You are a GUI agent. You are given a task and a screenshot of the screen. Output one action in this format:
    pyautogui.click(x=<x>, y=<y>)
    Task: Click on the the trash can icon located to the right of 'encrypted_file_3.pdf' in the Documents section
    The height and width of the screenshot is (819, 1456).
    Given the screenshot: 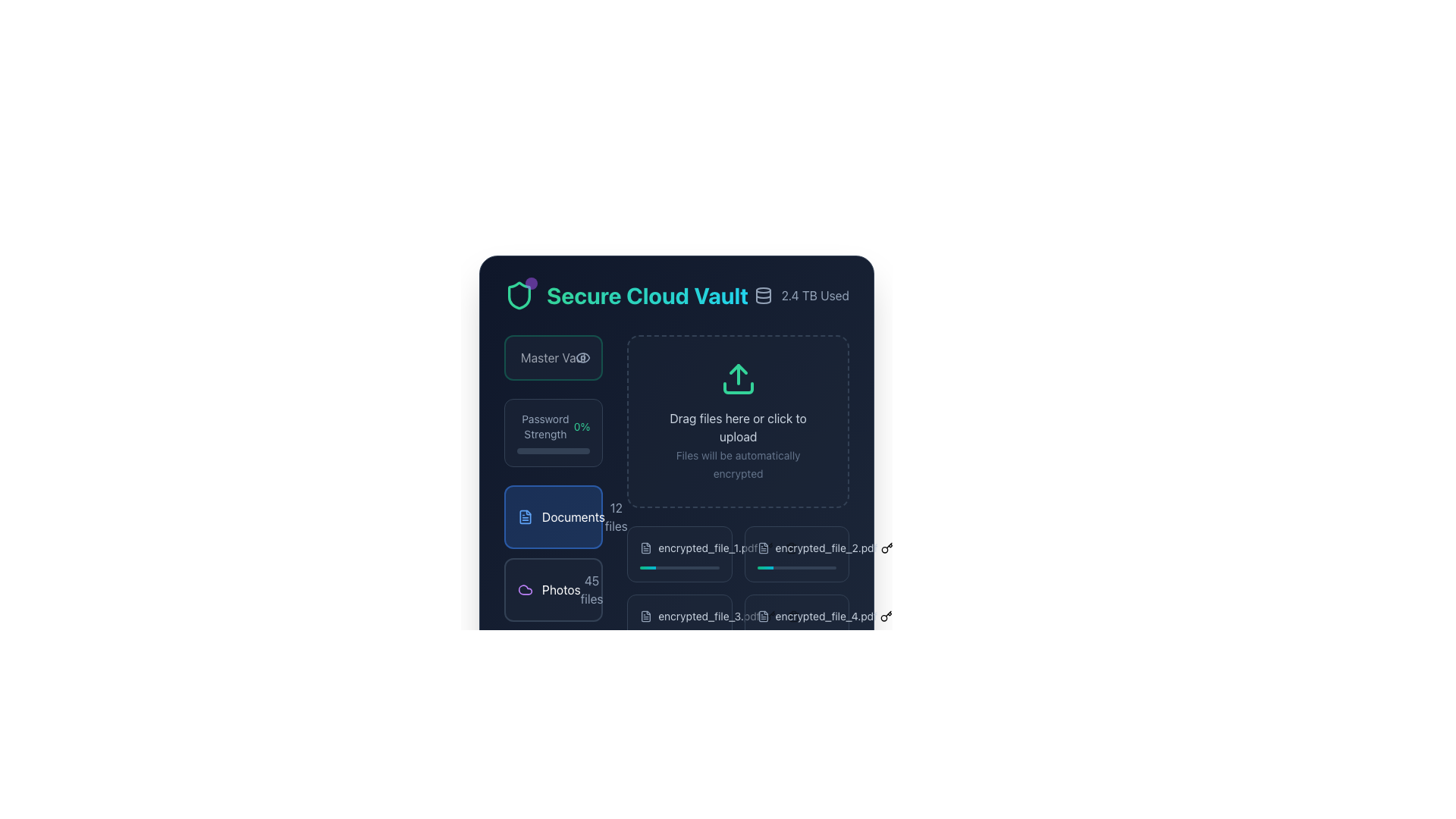 What is the action you would take?
    pyautogui.click(x=781, y=617)
    